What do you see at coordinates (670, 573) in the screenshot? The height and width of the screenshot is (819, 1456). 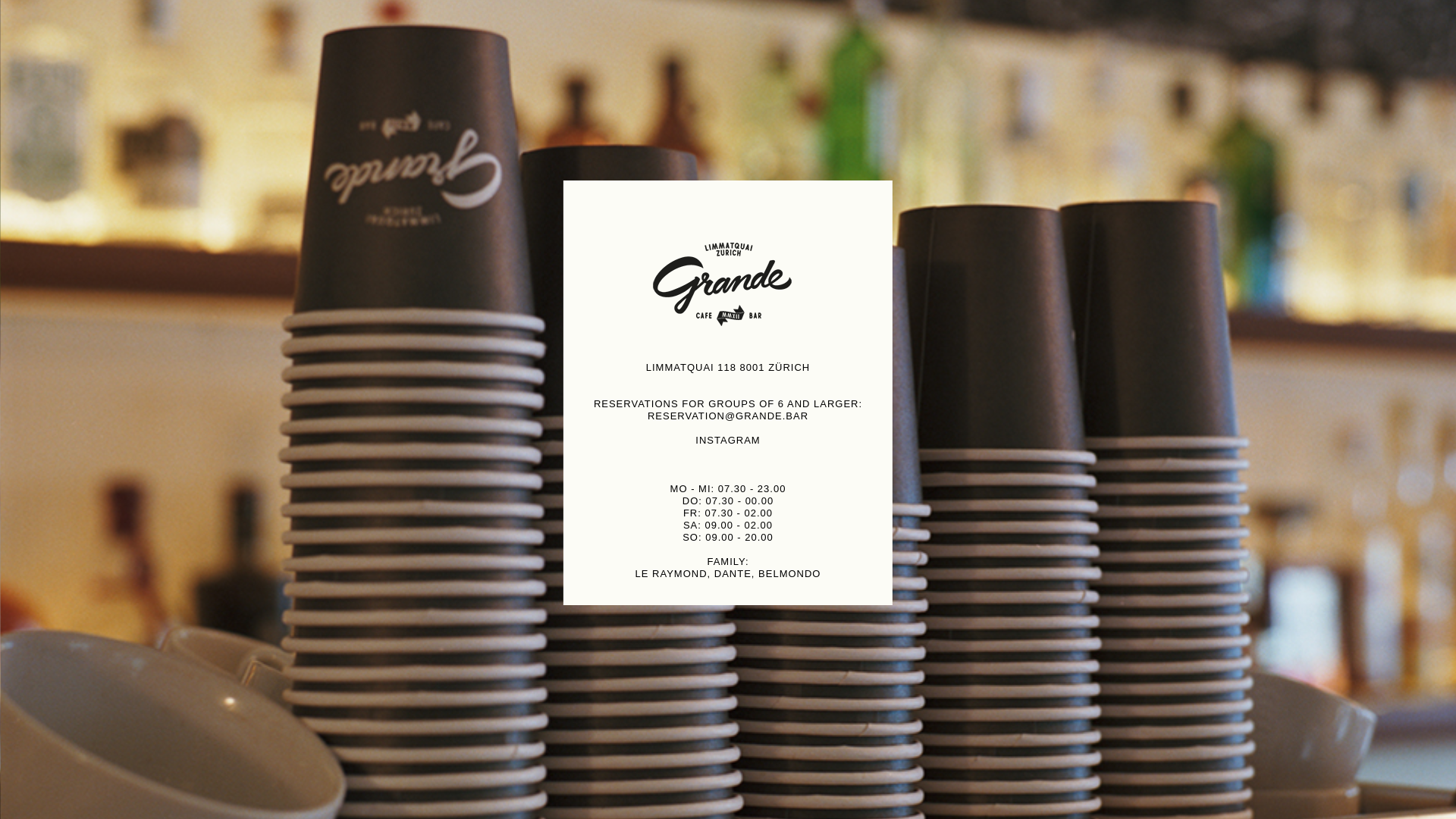 I see `'LE RAYMOND'` at bounding box center [670, 573].